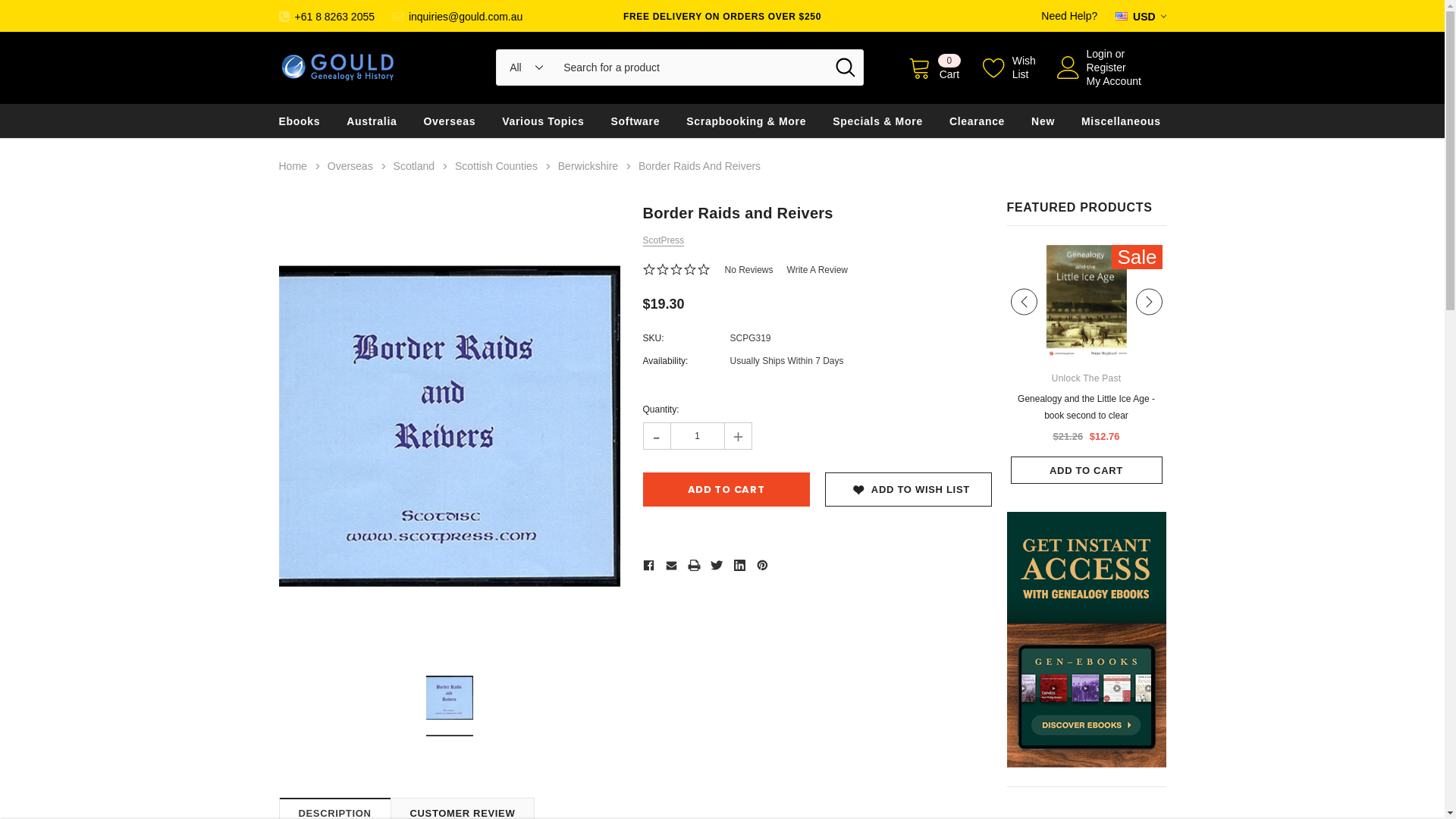  I want to click on '0, so click(908, 66).